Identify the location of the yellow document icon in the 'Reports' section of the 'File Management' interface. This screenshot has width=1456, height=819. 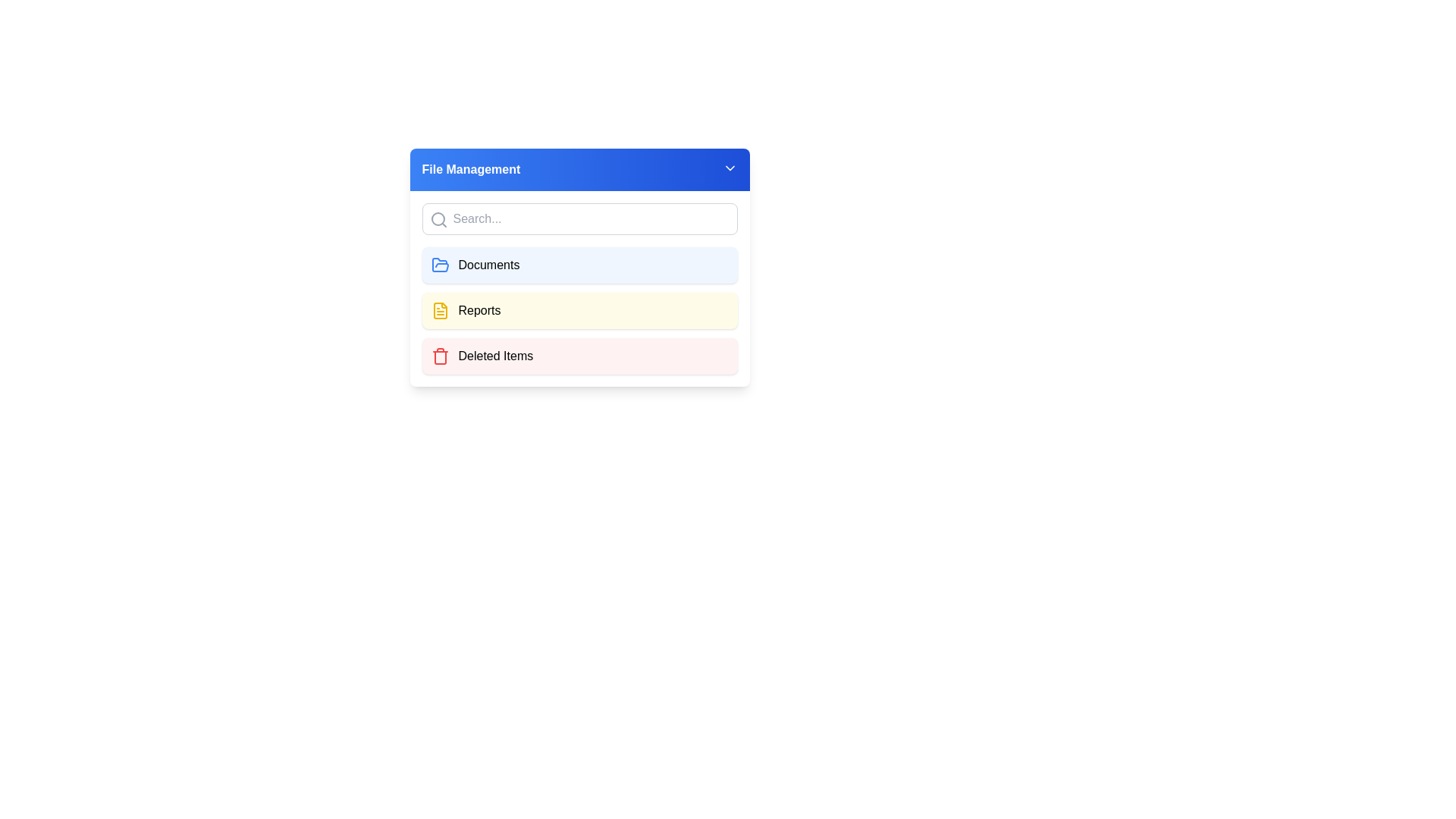
(439, 309).